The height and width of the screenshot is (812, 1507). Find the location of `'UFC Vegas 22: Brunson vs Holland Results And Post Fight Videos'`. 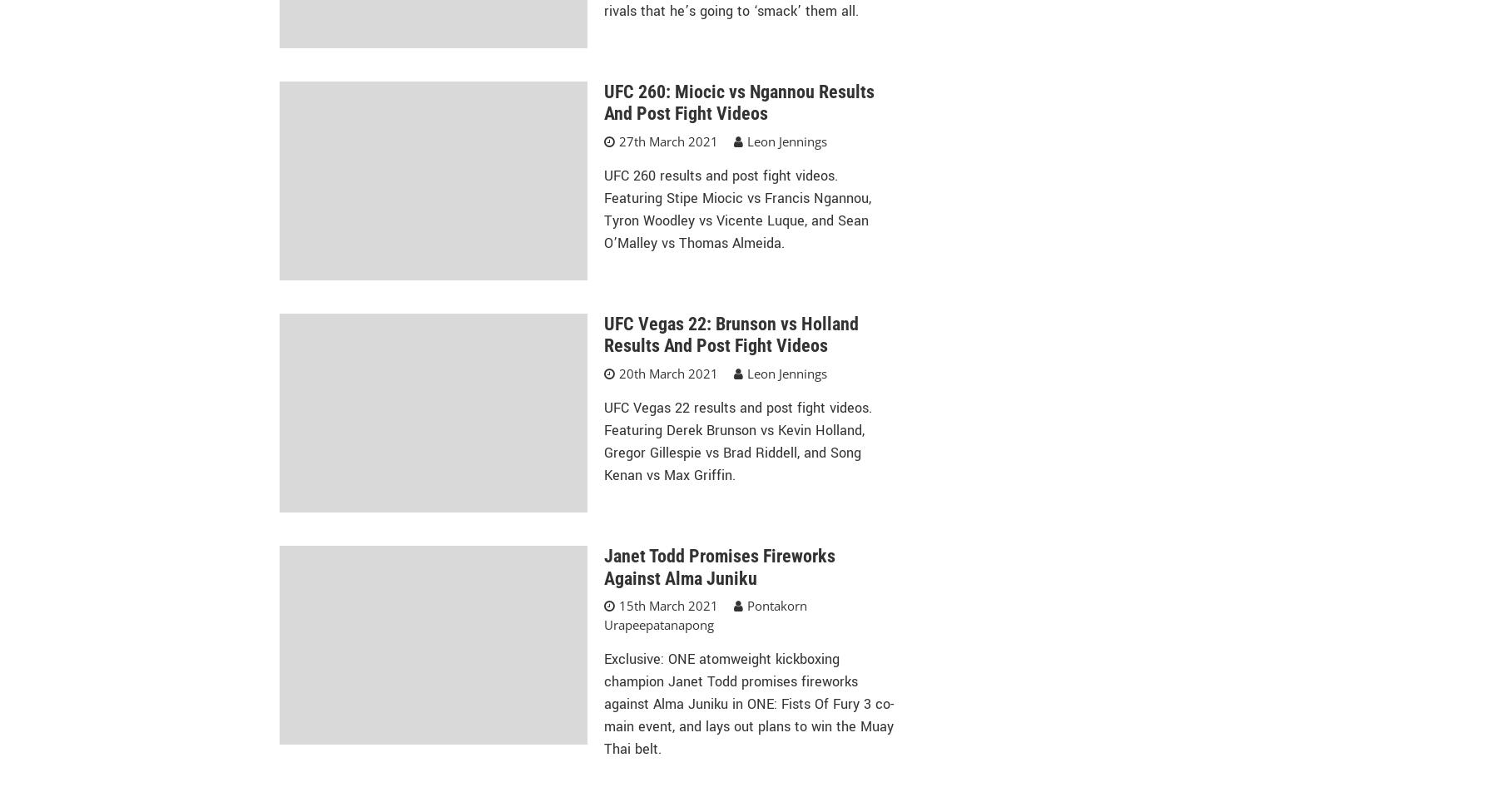

'UFC Vegas 22: Brunson vs Holland Results And Post Fight Videos' is located at coordinates (730, 334).